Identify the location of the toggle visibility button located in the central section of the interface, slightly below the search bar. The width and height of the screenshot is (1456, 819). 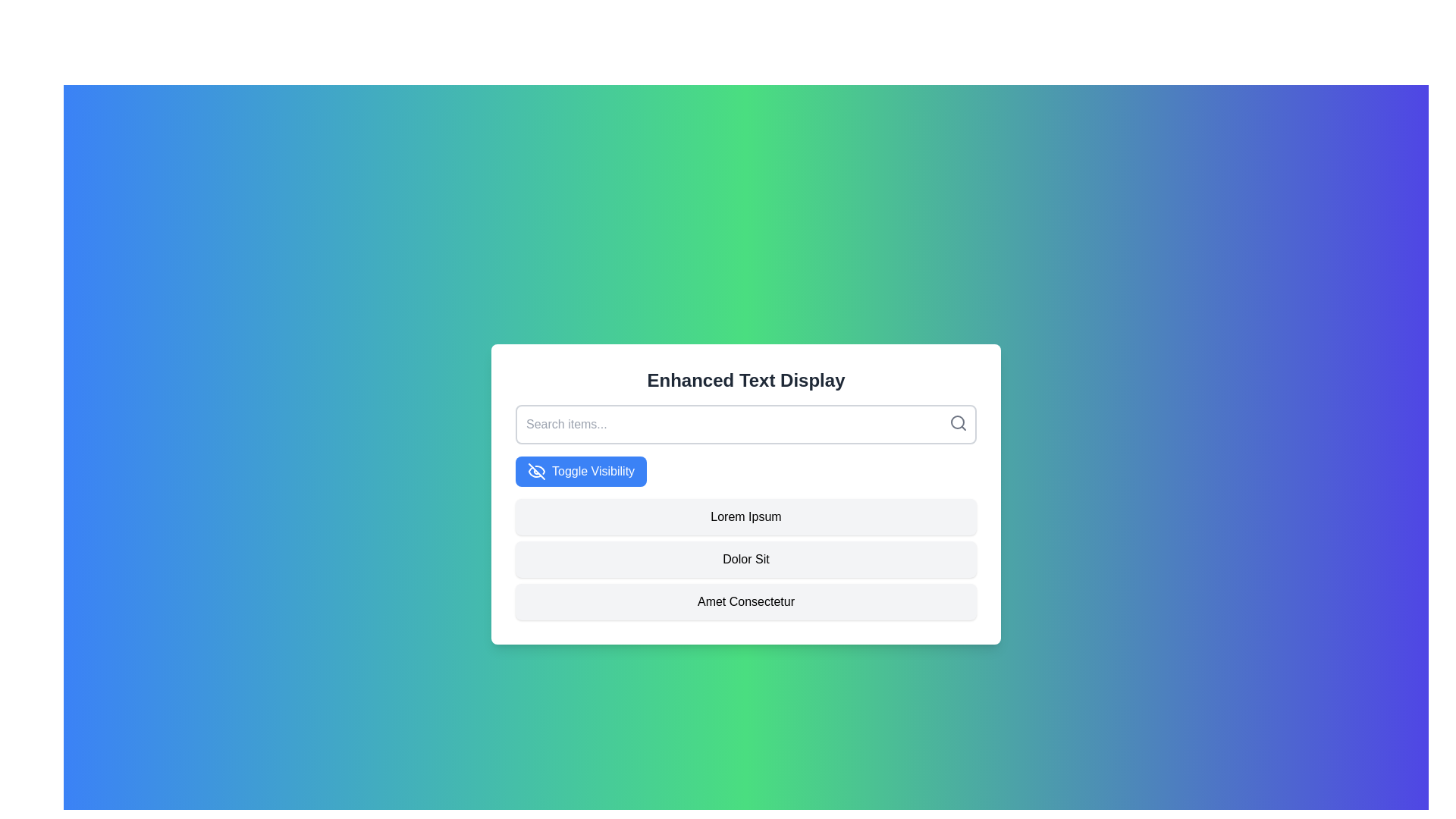
(580, 470).